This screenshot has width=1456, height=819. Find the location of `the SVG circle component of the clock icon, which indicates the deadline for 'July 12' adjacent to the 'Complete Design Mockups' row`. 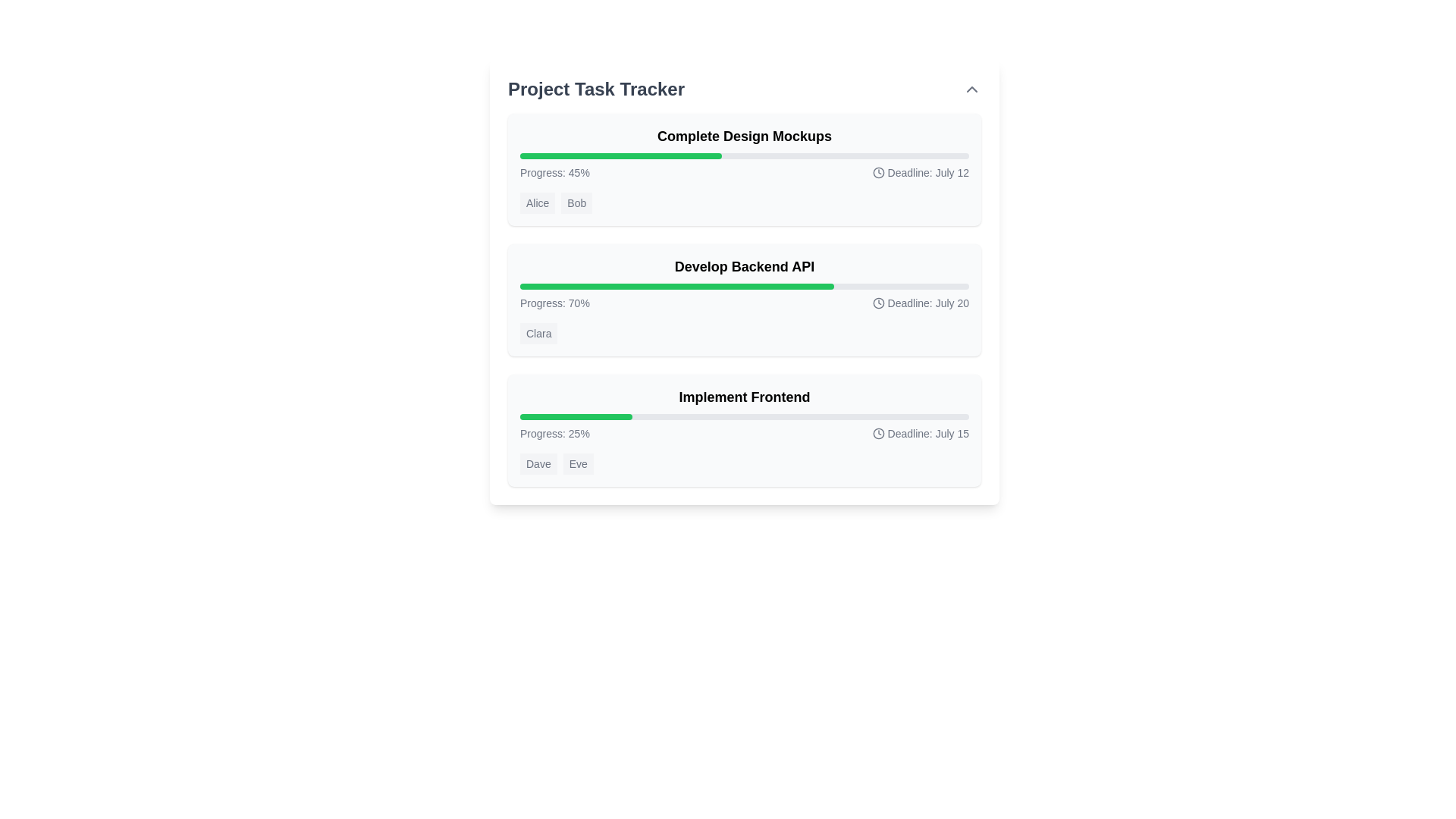

the SVG circle component of the clock icon, which indicates the deadline for 'July 12' adjacent to the 'Complete Design Mockups' row is located at coordinates (878, 171).